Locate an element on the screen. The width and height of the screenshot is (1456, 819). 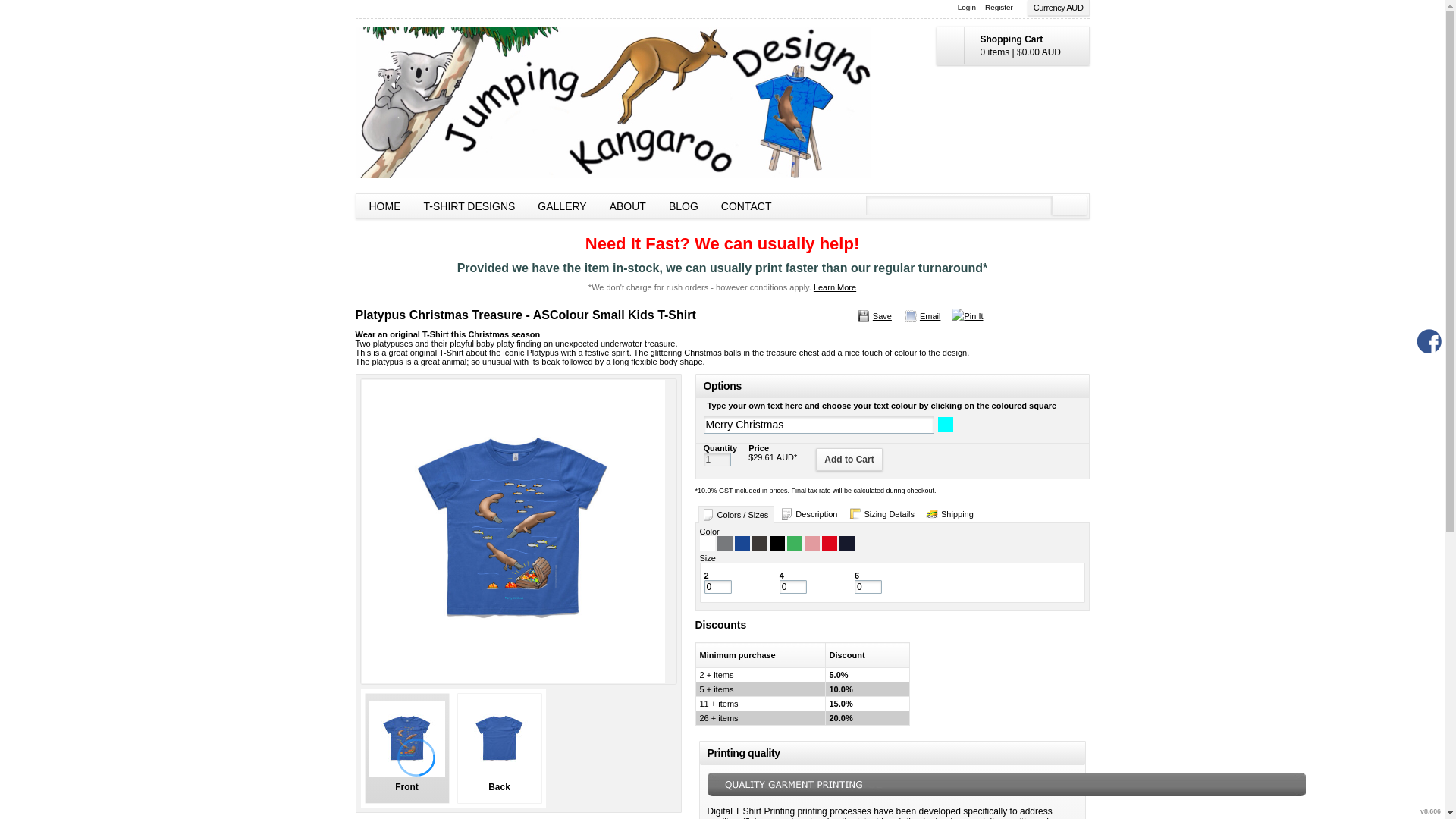
'BLOG' is located at coordinates (682, 206).